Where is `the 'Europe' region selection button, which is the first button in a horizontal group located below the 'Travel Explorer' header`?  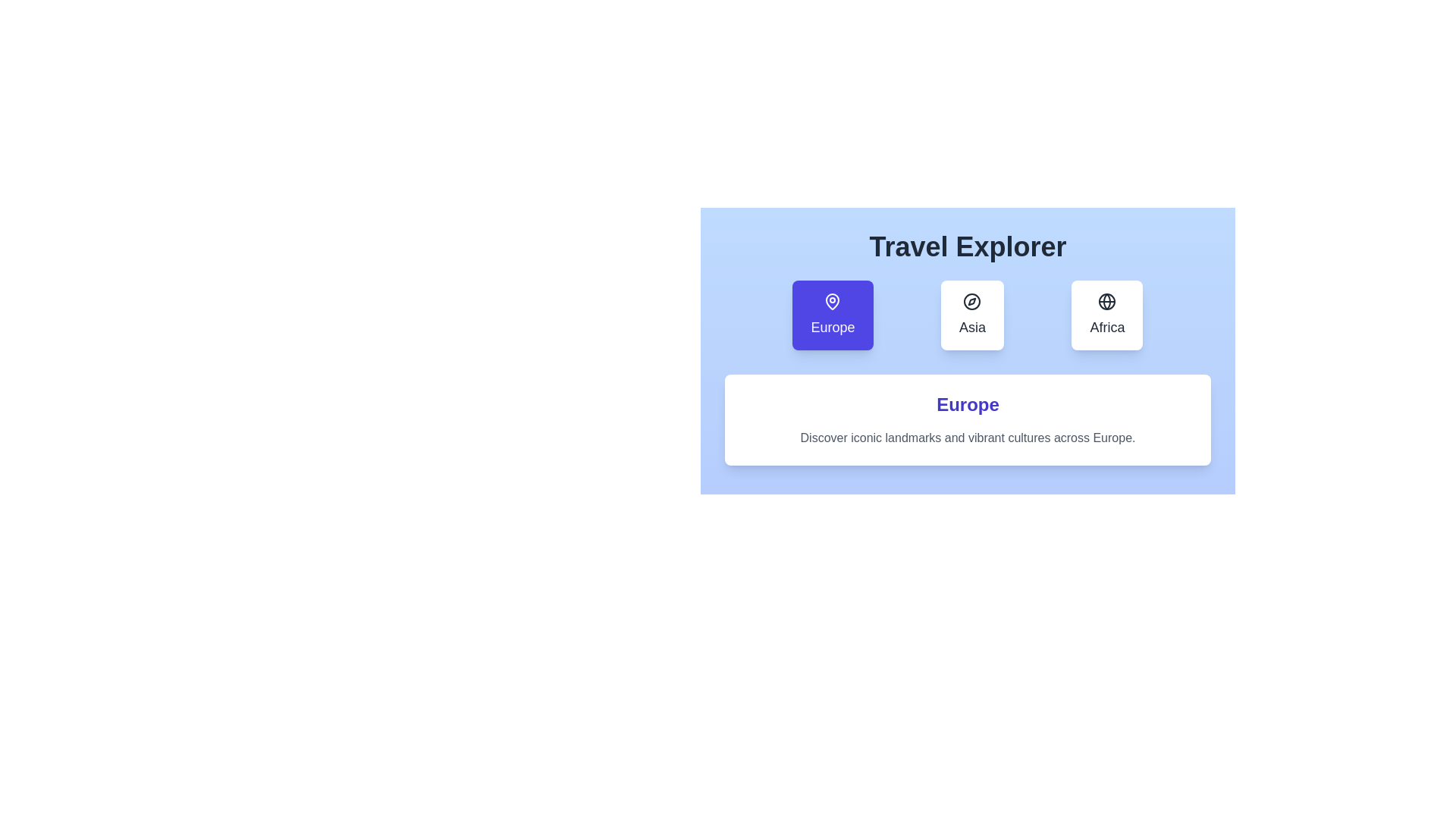
the 'Europe' region selection button, which is the first button in a horizontal group located below the 'Travel Explorer' header is located at coordinates (832, 315).